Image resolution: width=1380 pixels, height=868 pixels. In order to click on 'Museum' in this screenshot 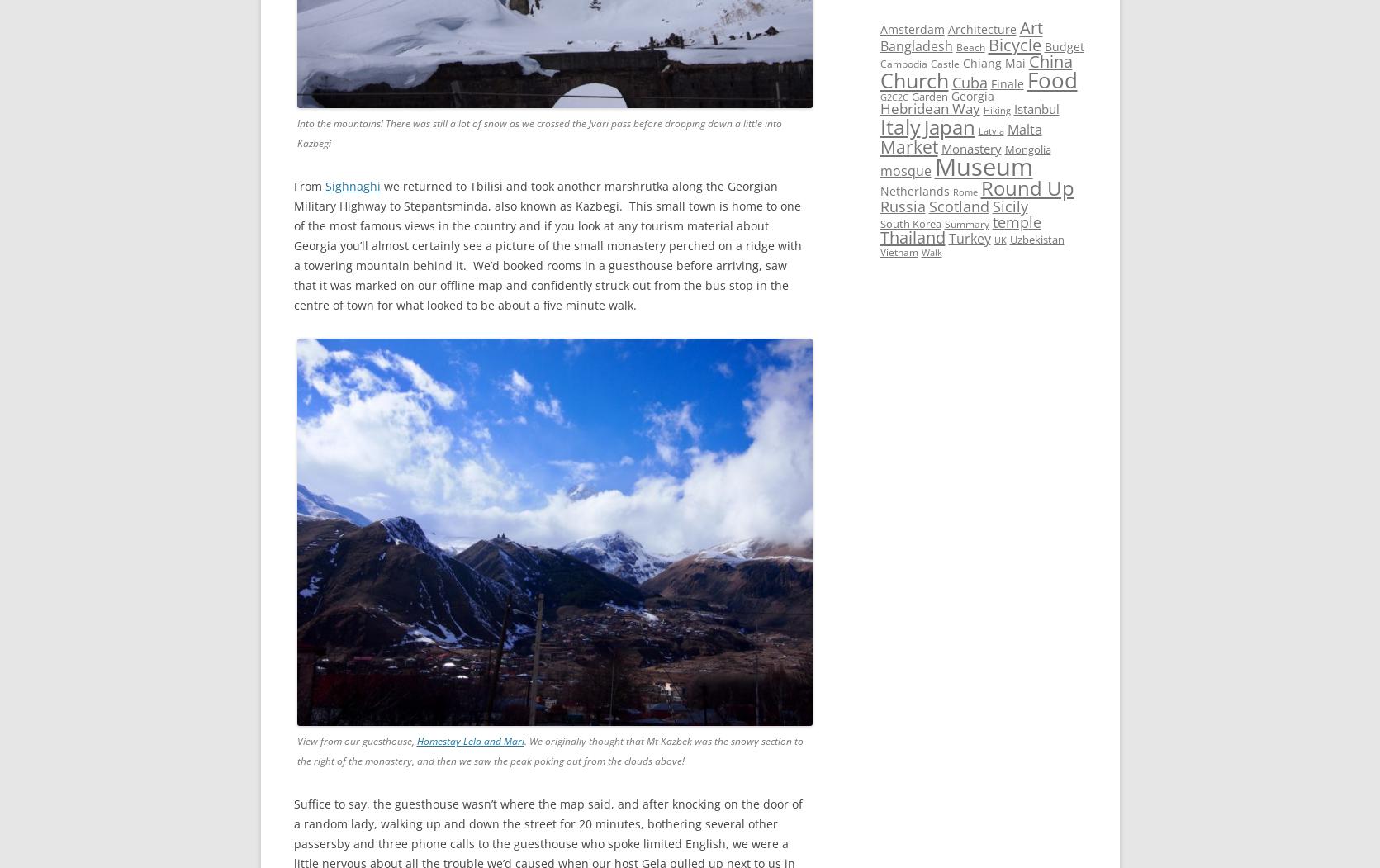, I will do `click(983, 167)`.